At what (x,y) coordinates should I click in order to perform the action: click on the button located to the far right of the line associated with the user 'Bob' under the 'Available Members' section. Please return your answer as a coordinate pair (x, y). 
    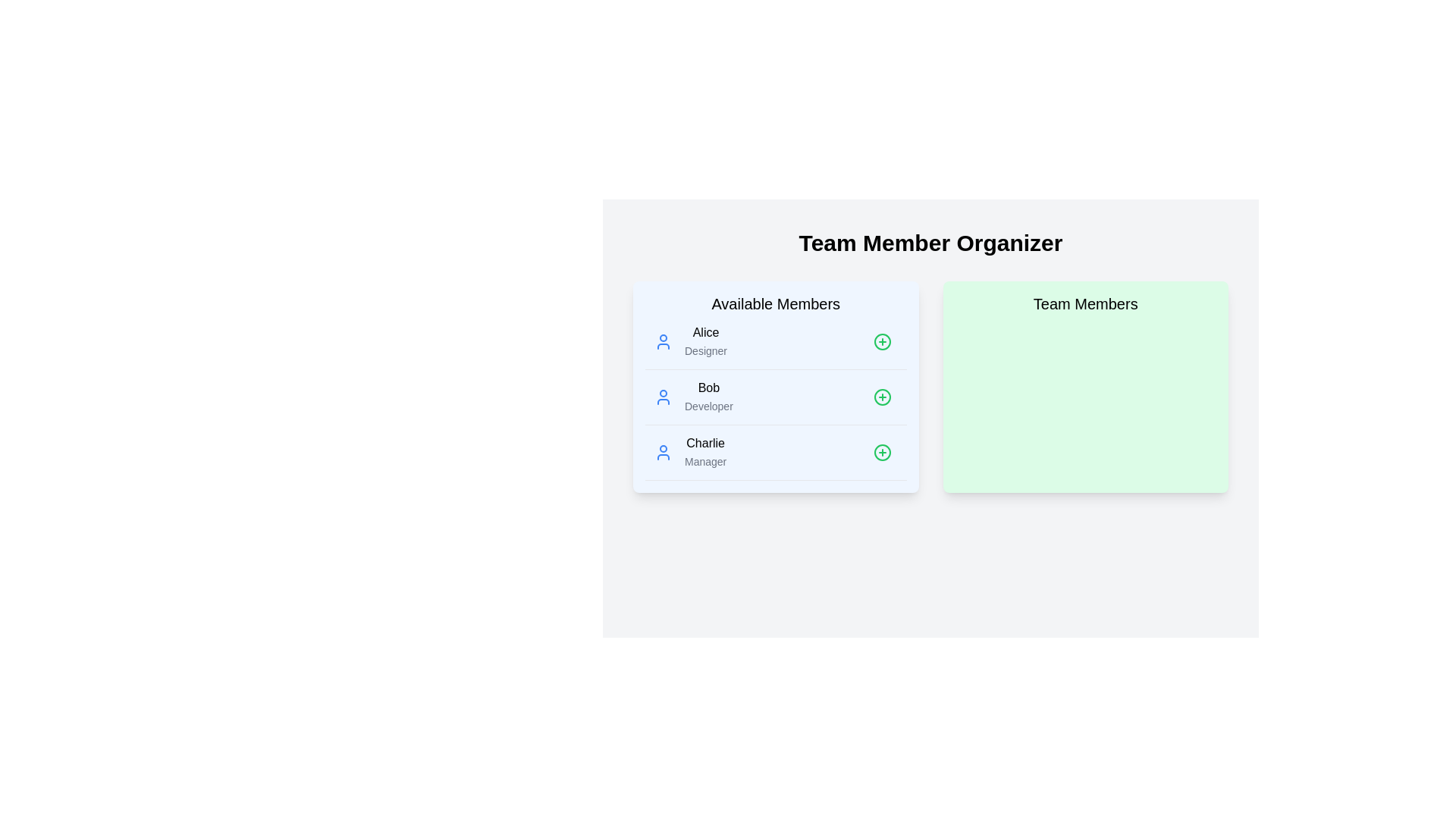
    Looking at the image, I should click on (882, 397).